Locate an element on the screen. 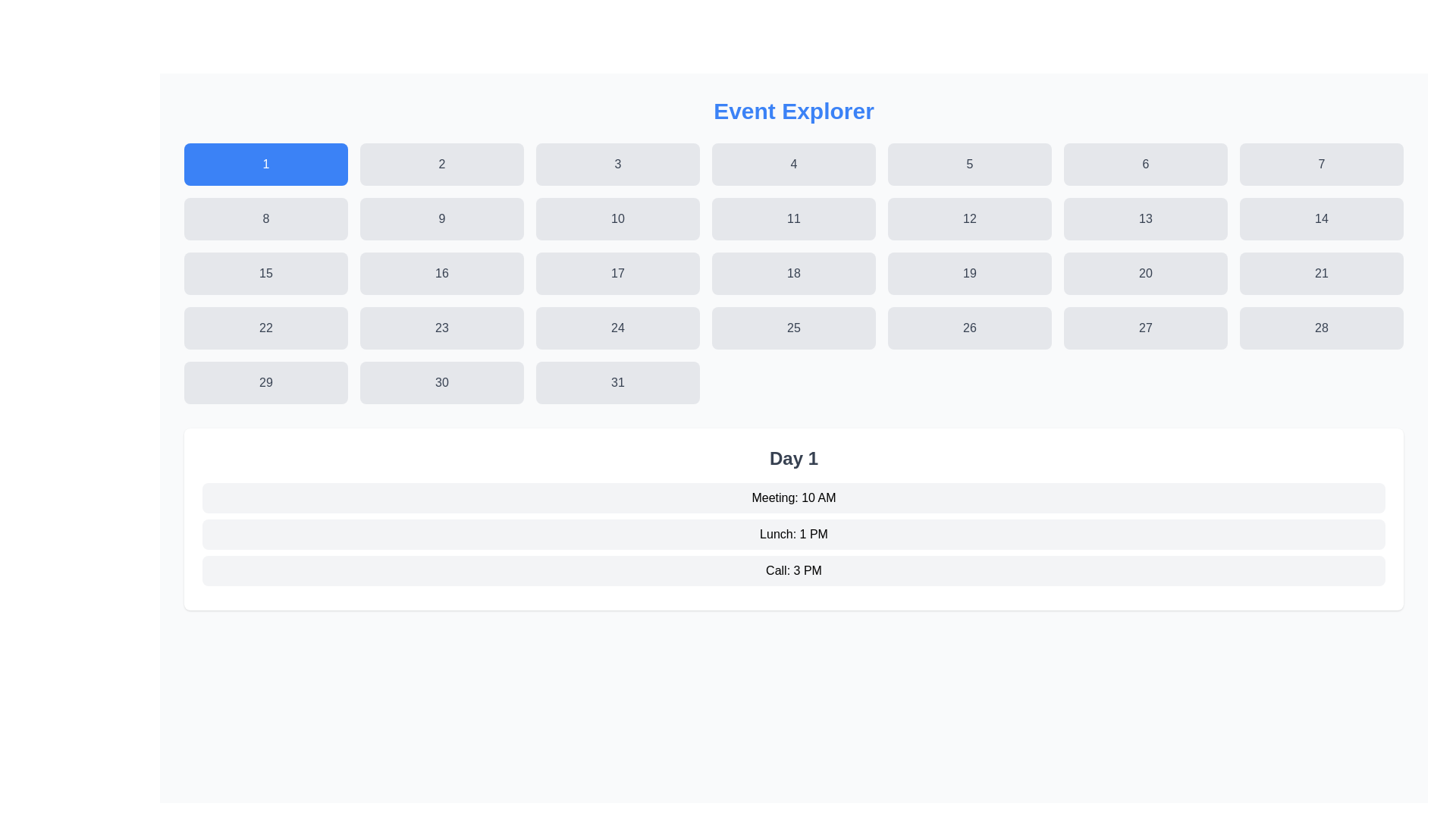  the rectangular button with rounded corners displaying the number '26' in the Event Explorer grid is located at coordinates (968, 327).